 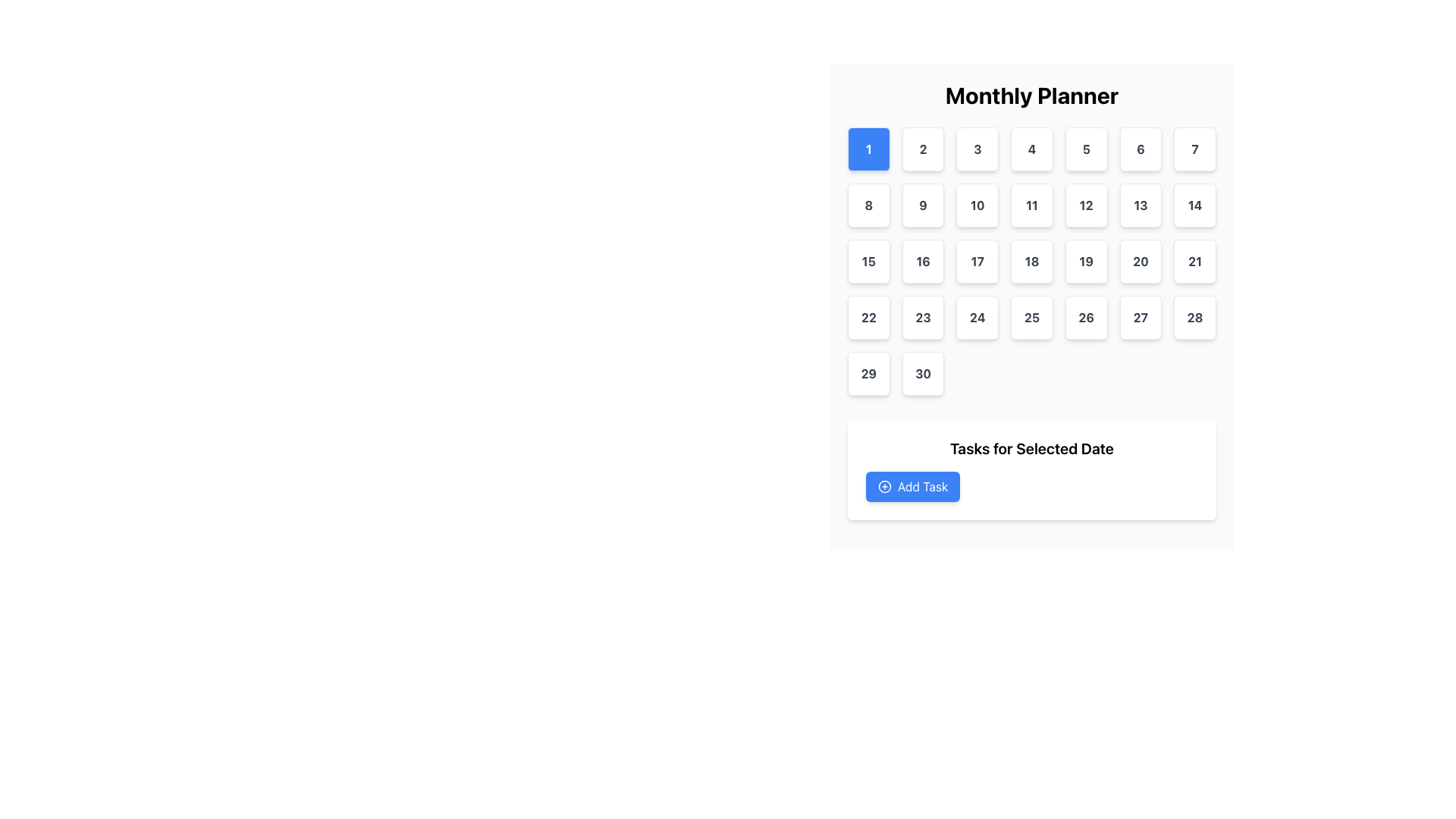 I want to click on the button representing the 11th day in the calendar view, so click(x=1031, y=205).